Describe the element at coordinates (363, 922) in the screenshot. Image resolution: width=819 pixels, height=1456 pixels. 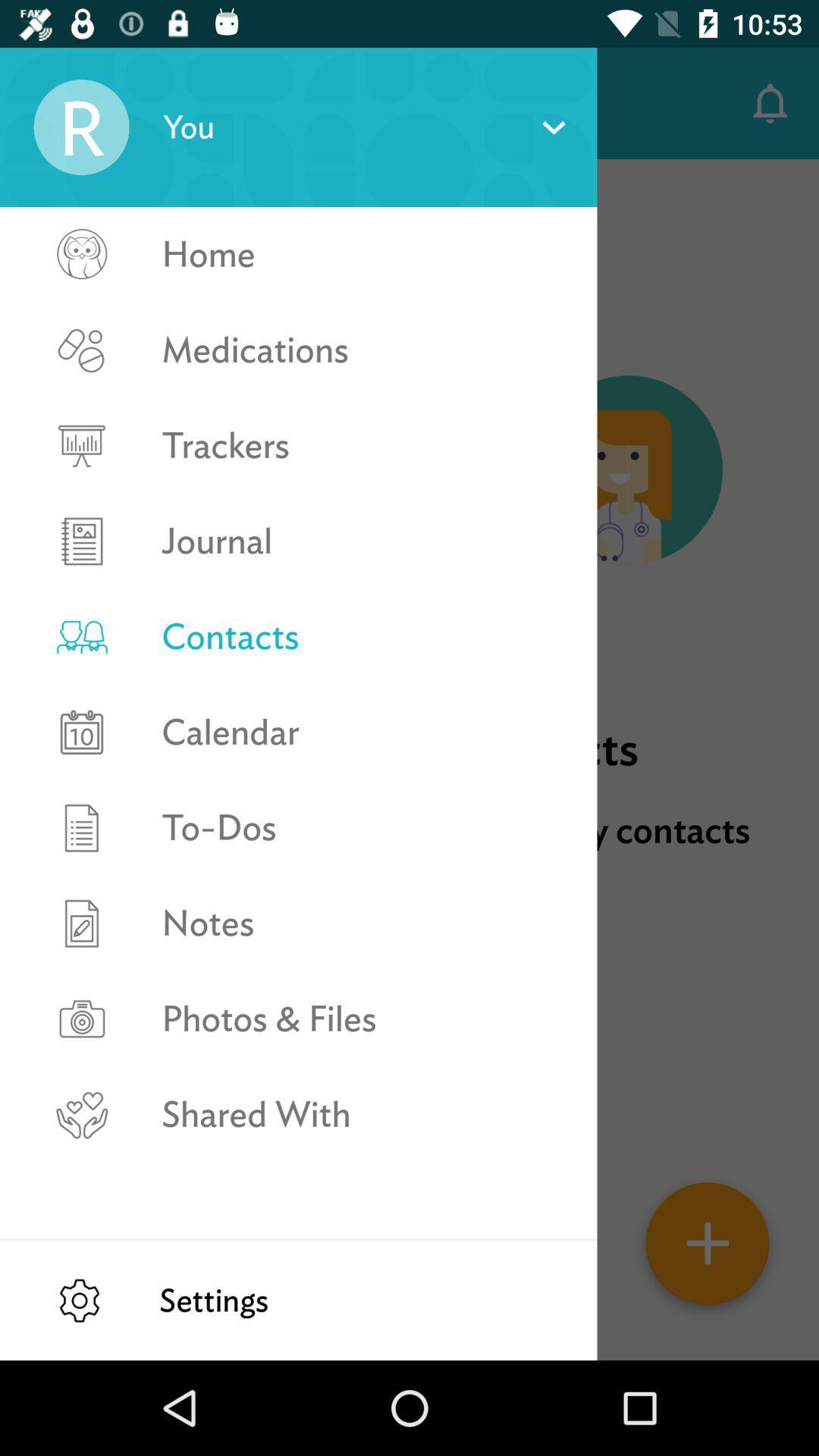
I see `the notes` at that location.